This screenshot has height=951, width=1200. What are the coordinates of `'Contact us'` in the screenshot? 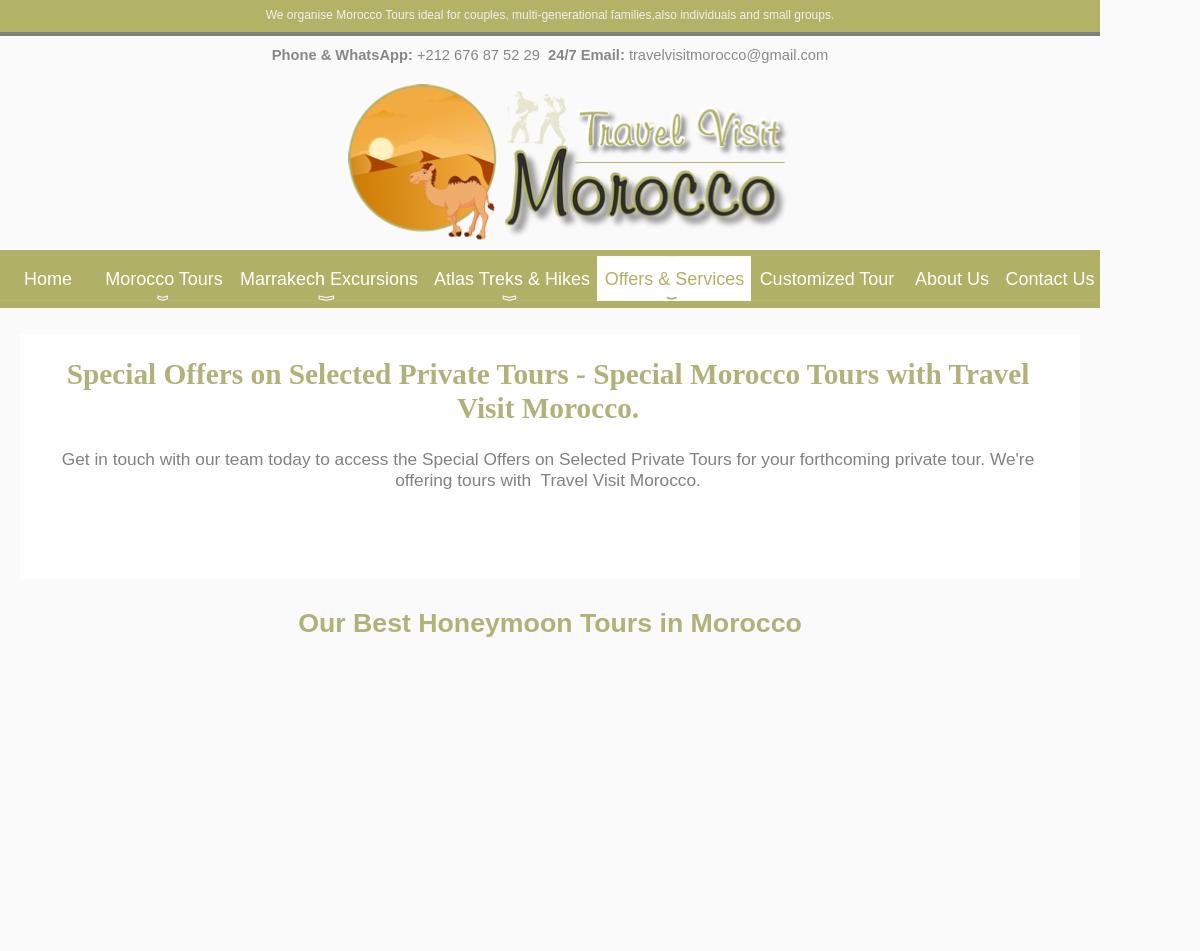 It's located at (1049, 279).